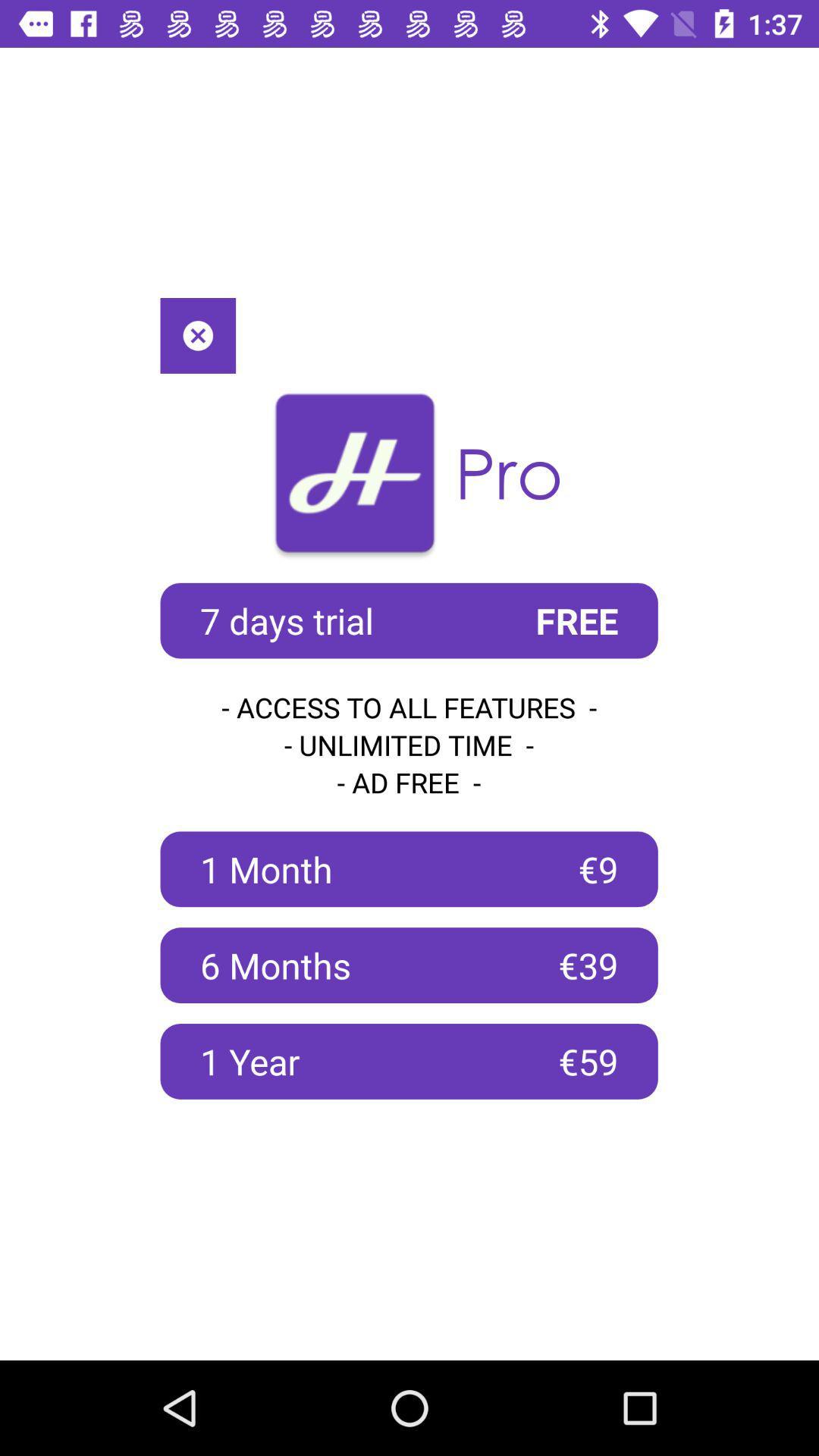 The width and height of the screenshot is (819, 1456). Describe the element at coordinates (197, 334) in the screenshot. I see `exit from the page` at that location.